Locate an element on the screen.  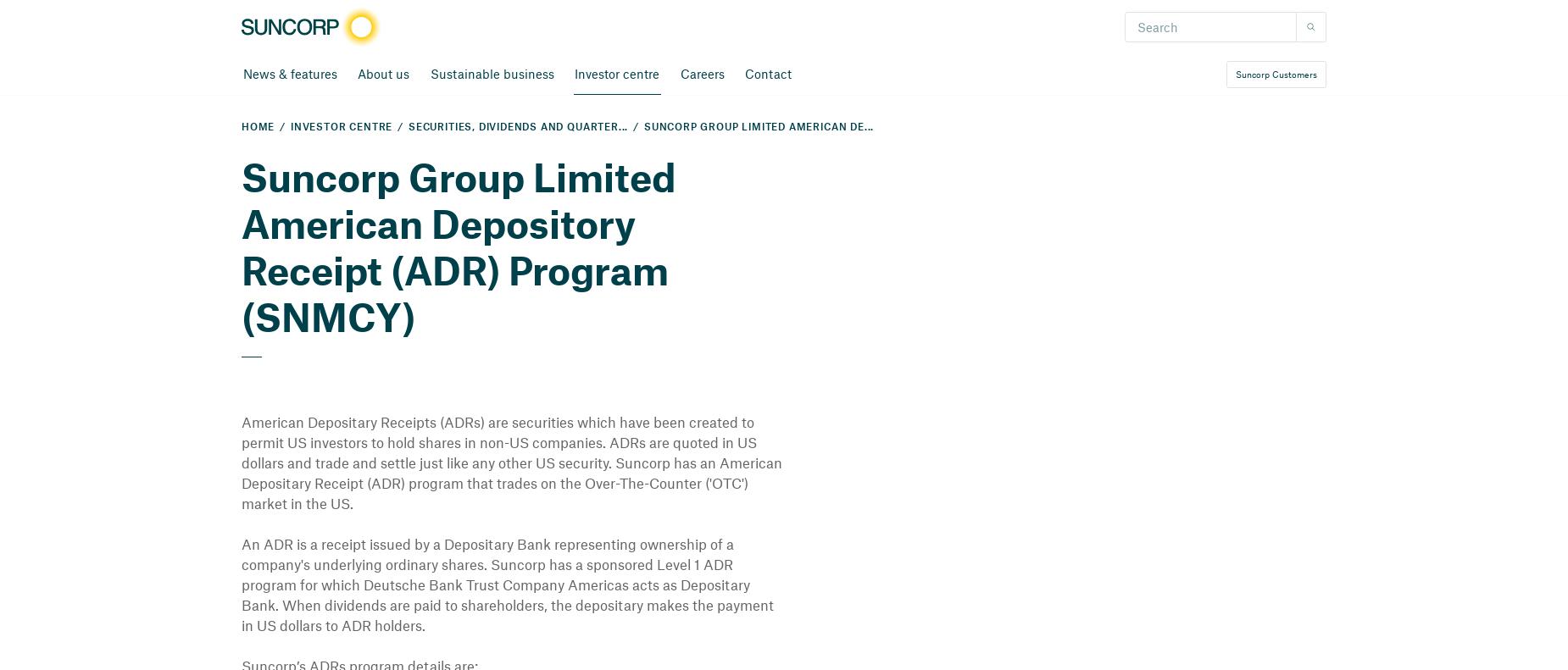
'American Depository Receipt (ADR) Program (SNMCY)' is located at coordinates (455, 269).